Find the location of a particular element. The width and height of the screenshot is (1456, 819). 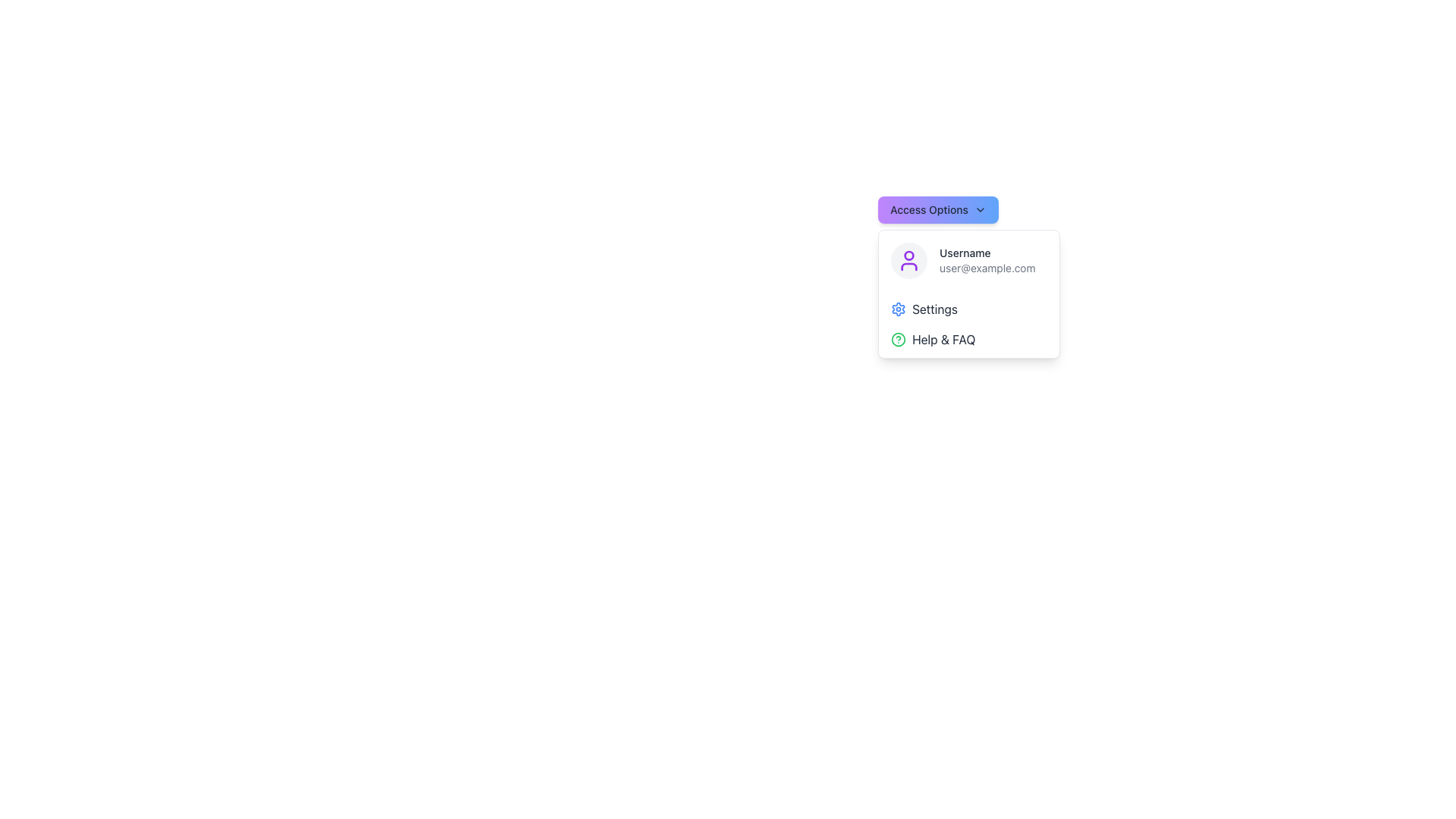

the 'Access Options' button with a gradient background and a downward-pointing arrow icon, which is located in the top-right region of the interface is located at coordinates (937, 210).